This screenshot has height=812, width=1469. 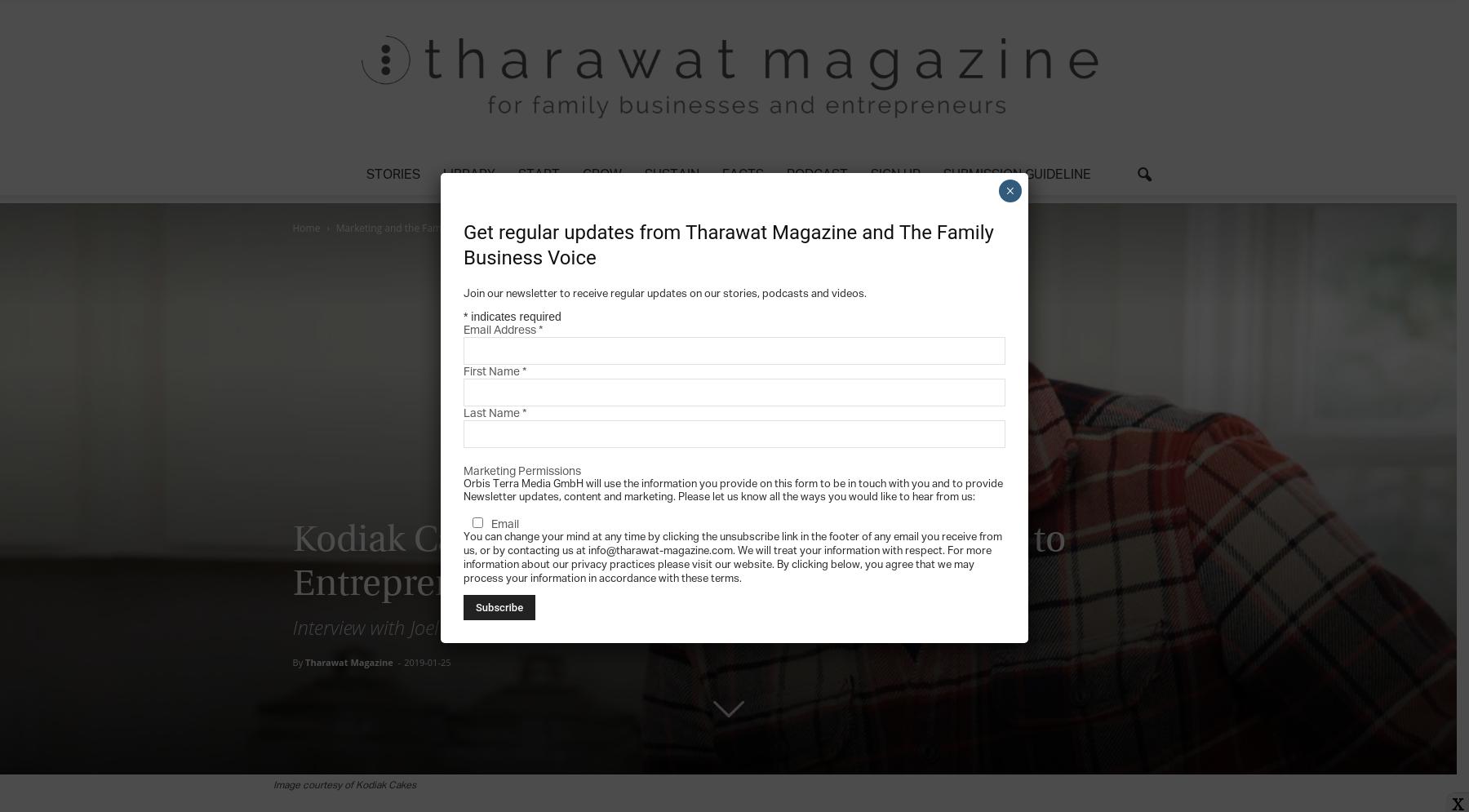 I want to click on 'Email Address', so click(x=500, y=329).